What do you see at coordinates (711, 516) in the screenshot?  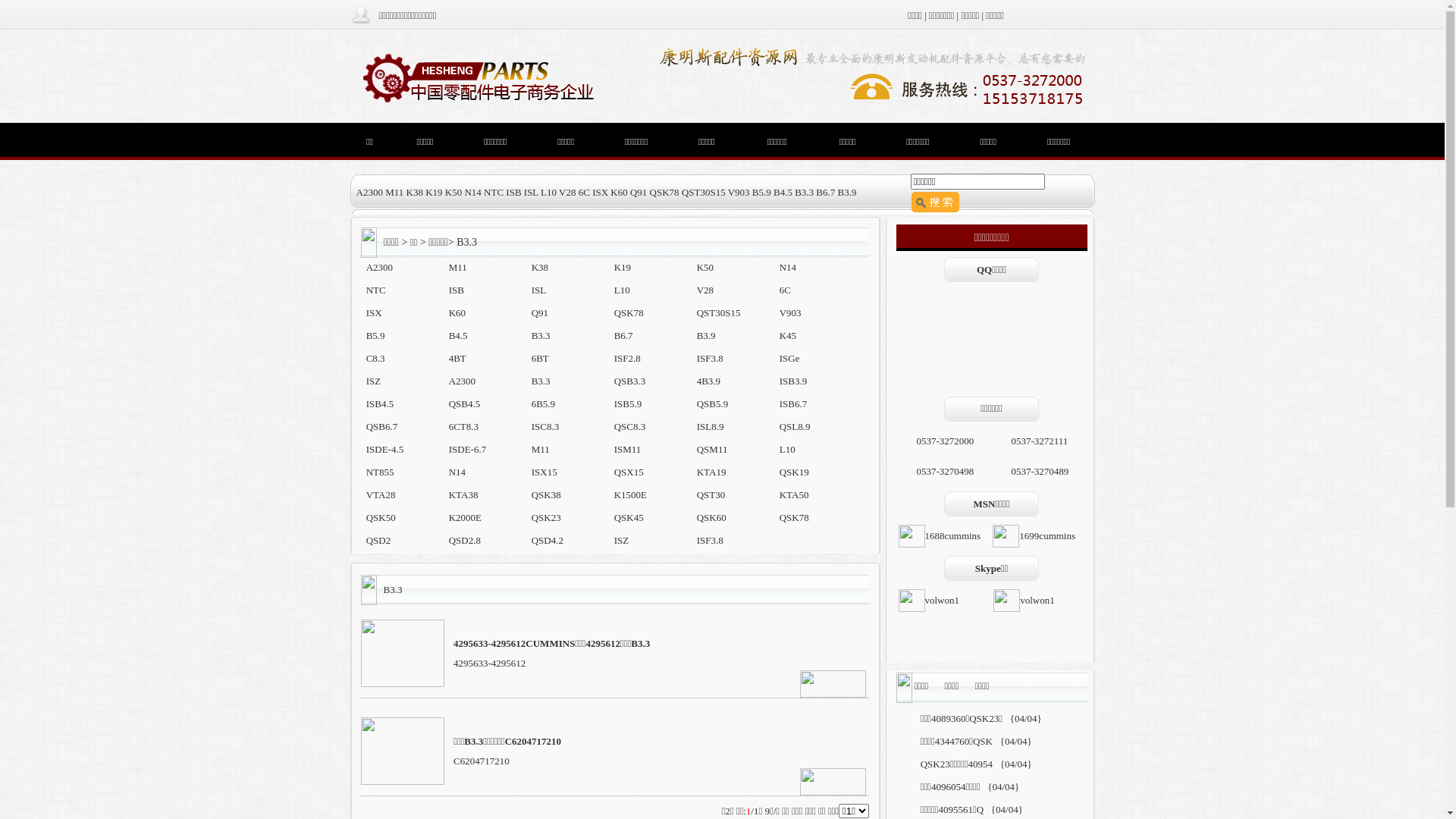 I see `'QSK60'` at bounding box center [711, 516].